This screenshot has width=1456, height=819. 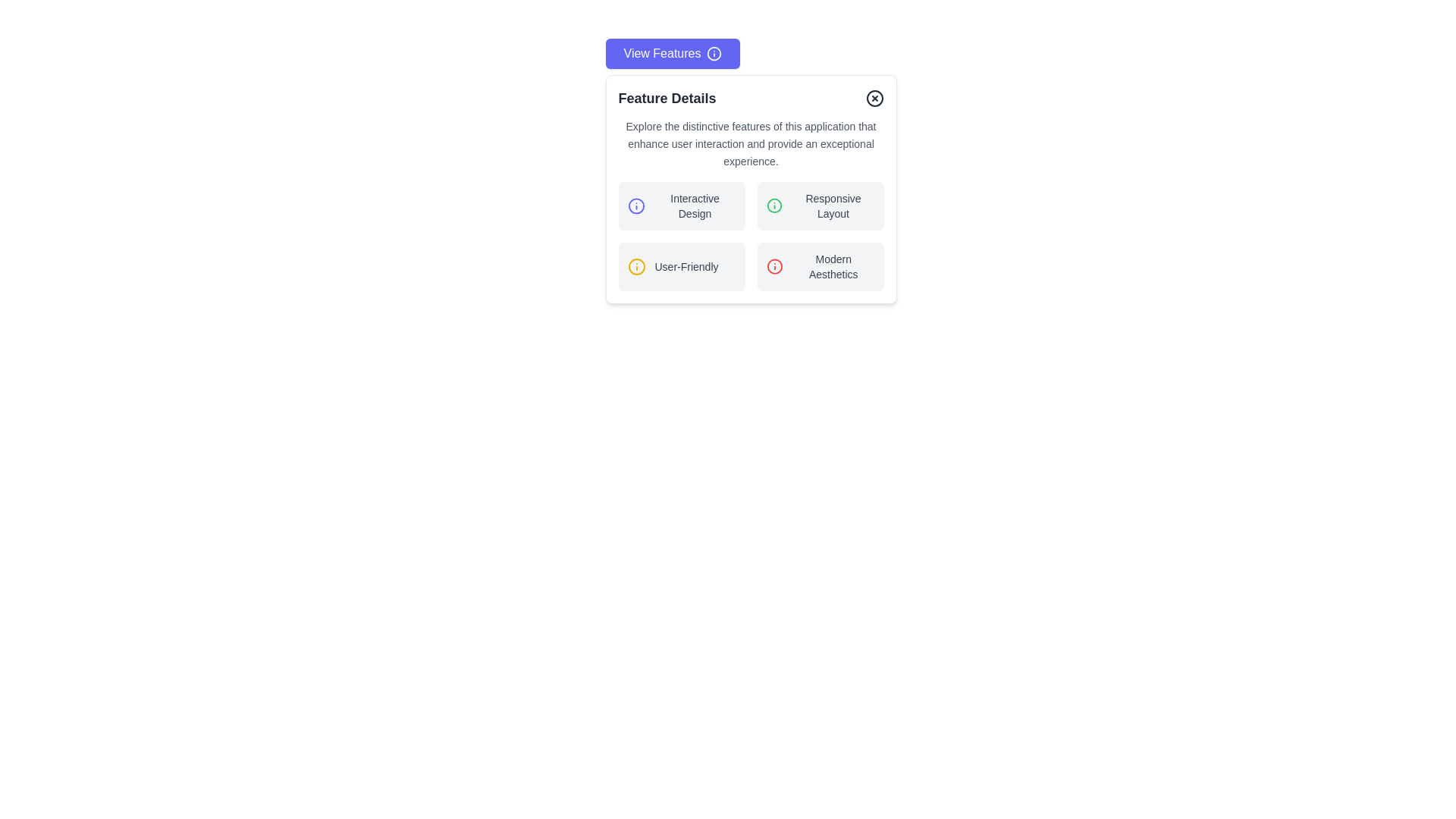 What do you see at coordinates (751, 189) in the screenshot?
I see `the modal that appears below the 'View Features' button, which has a white background and structured content` at bounding box center [751, 189].